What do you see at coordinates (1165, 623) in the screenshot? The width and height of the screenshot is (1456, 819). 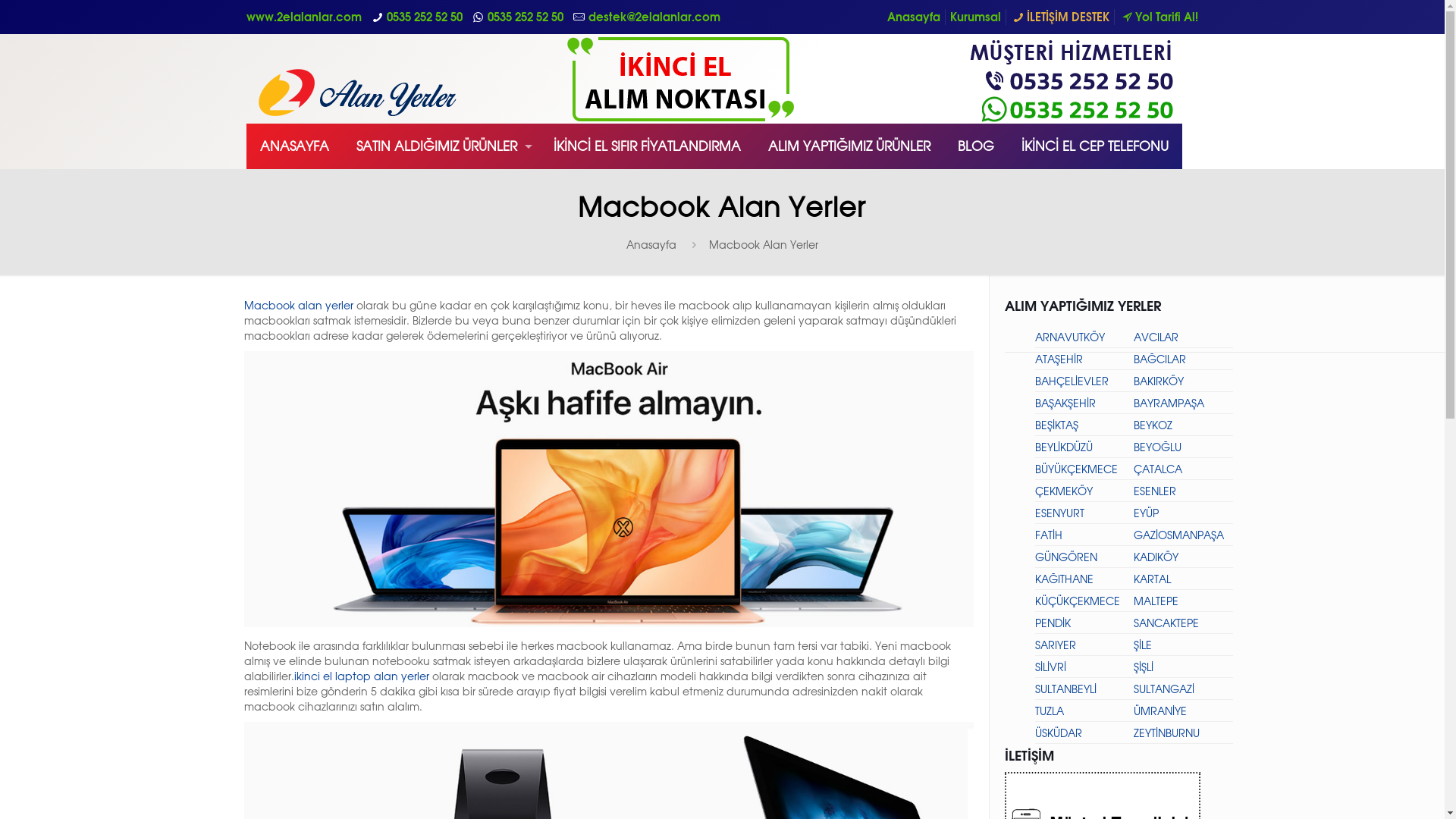 I see `'SANCAKTEPE'` at bounding box center [1165, 623].